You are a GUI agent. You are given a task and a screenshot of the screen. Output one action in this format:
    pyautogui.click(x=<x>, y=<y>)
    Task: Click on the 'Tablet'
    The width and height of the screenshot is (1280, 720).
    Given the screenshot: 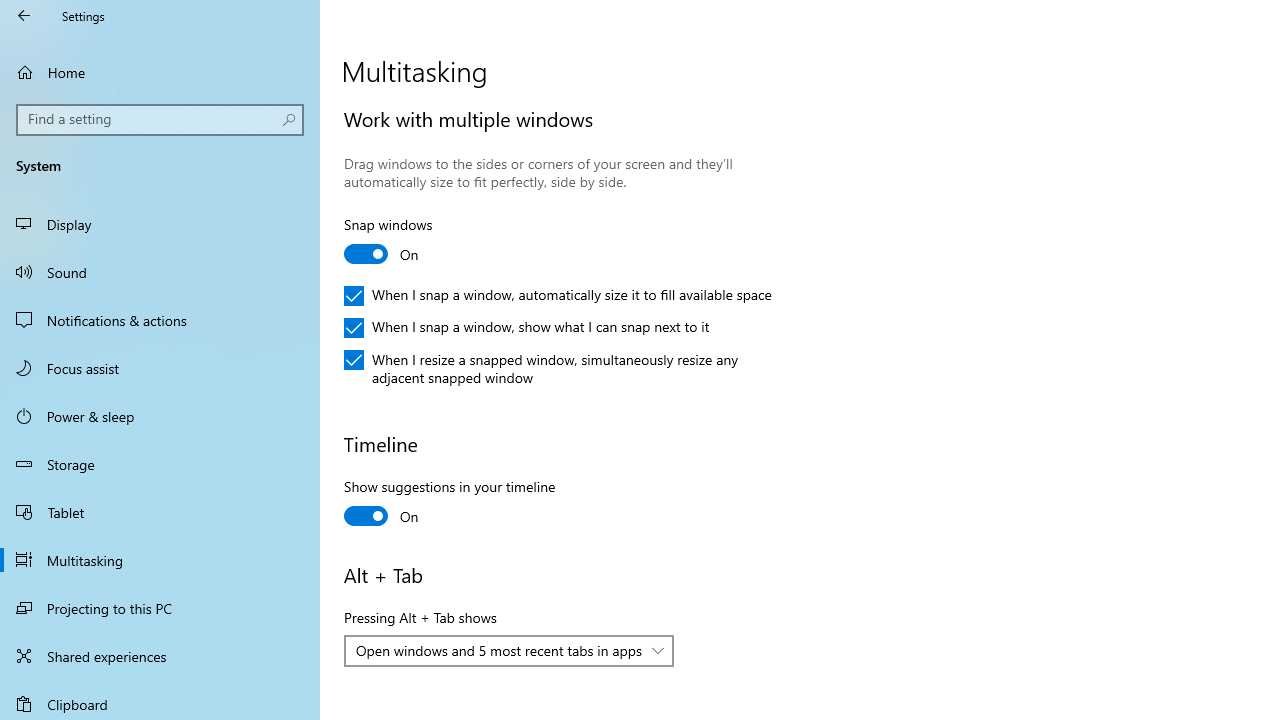 What is the action you would take?
    pyautogui.click(x=160, y=510)
    